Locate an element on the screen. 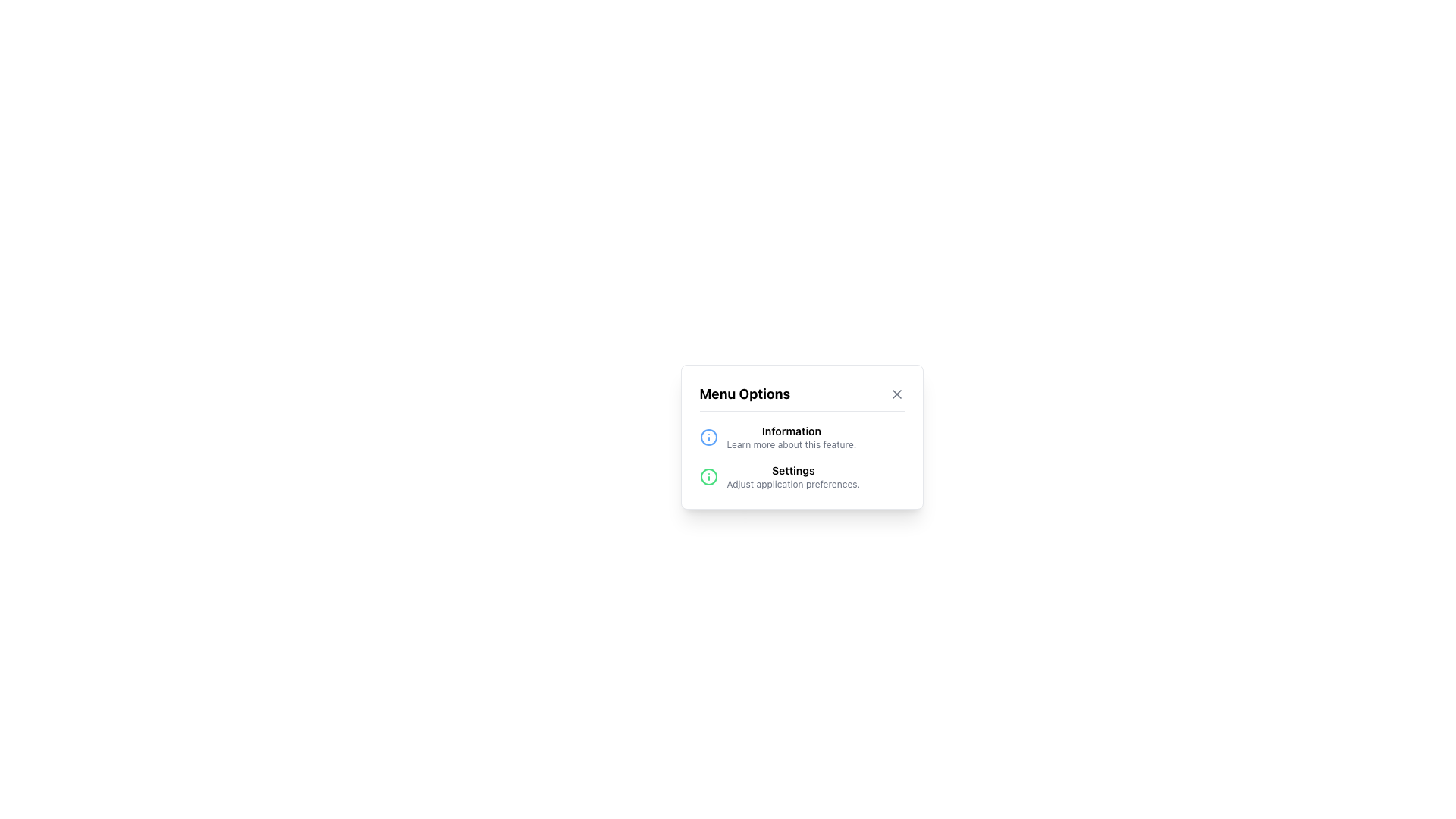 The height and width of the screenshot is (819, 1456). the circular green outlined icon representing an information status graphic, which is the leftmost part of the menu entry aligned with the 'Settings' label is located at coordinates (708, 475).